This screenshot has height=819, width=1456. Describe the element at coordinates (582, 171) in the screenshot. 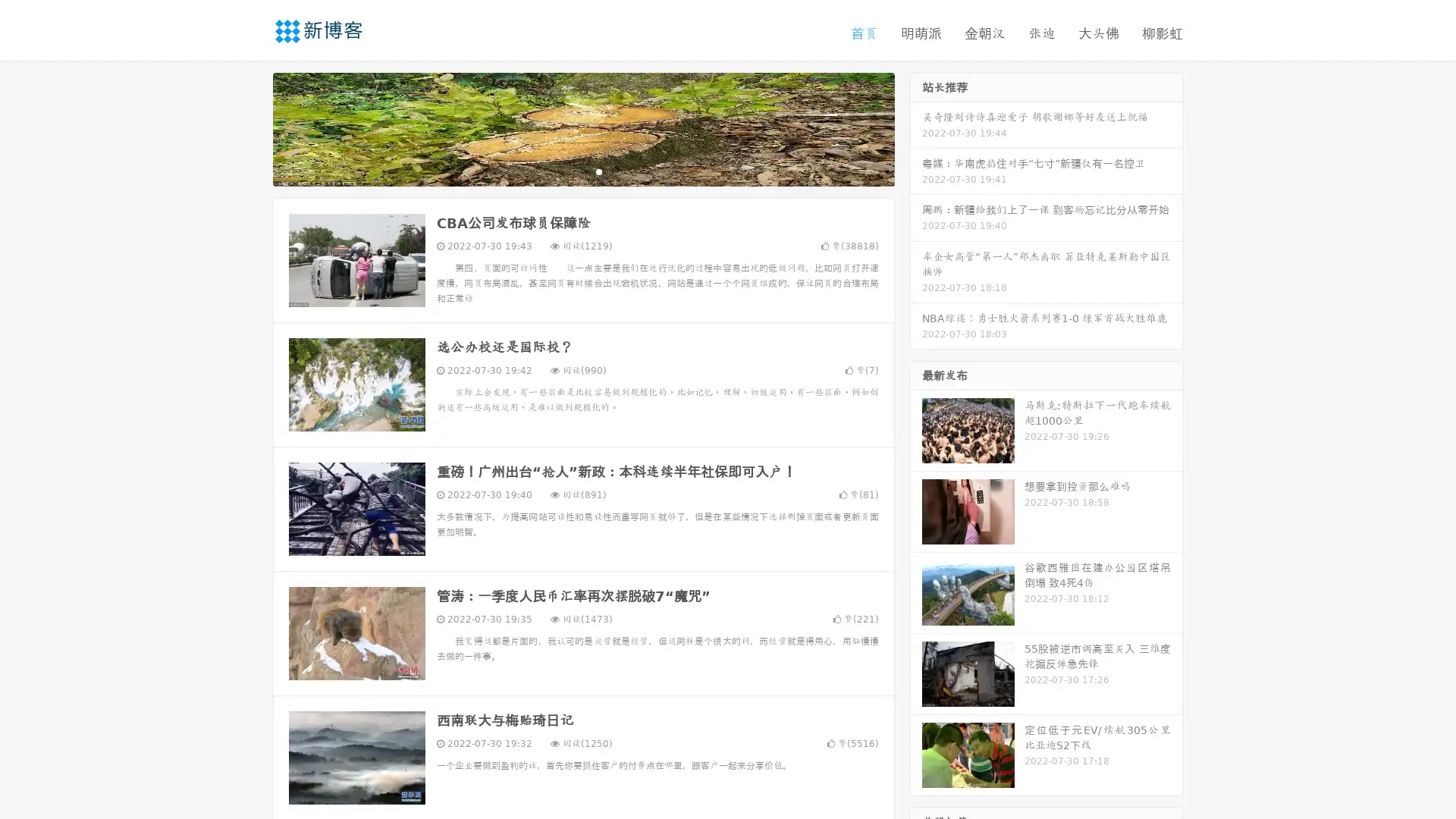

I see `Go to slide 2` at that location.